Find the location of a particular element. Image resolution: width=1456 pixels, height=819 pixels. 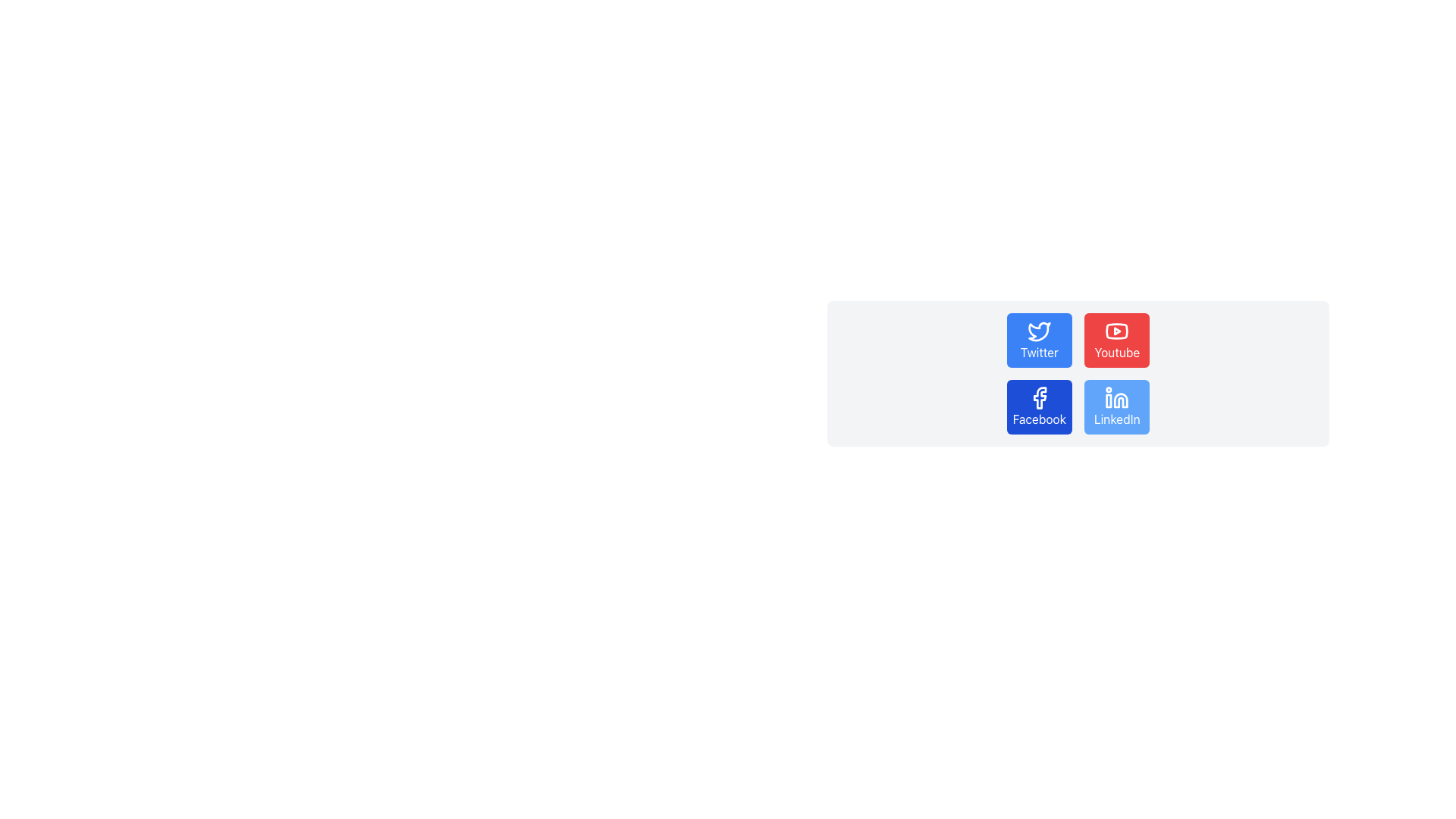

the second button in the first row of a 2x2 grid layout, which serves as a link to the Youtube platform, to trigger the hover effect is located at coordinates (1117, 339).